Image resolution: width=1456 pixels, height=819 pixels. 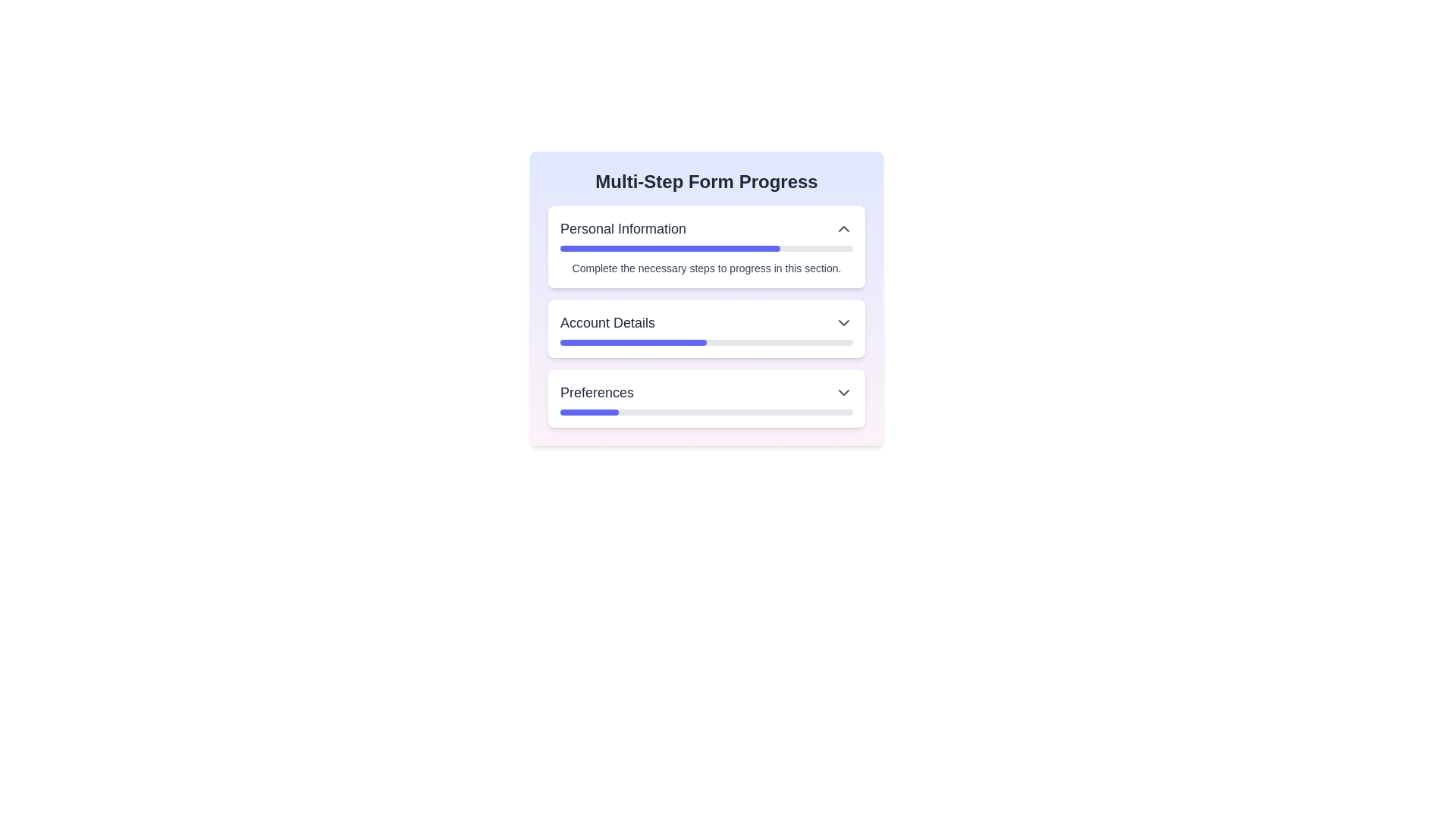 What do you see at coordinates (705, 247) in the screenshot?
I see `the Progress bar indicating the user's progress in completing the 'Personal Information' section of the form` at bounding box center [705, 247].